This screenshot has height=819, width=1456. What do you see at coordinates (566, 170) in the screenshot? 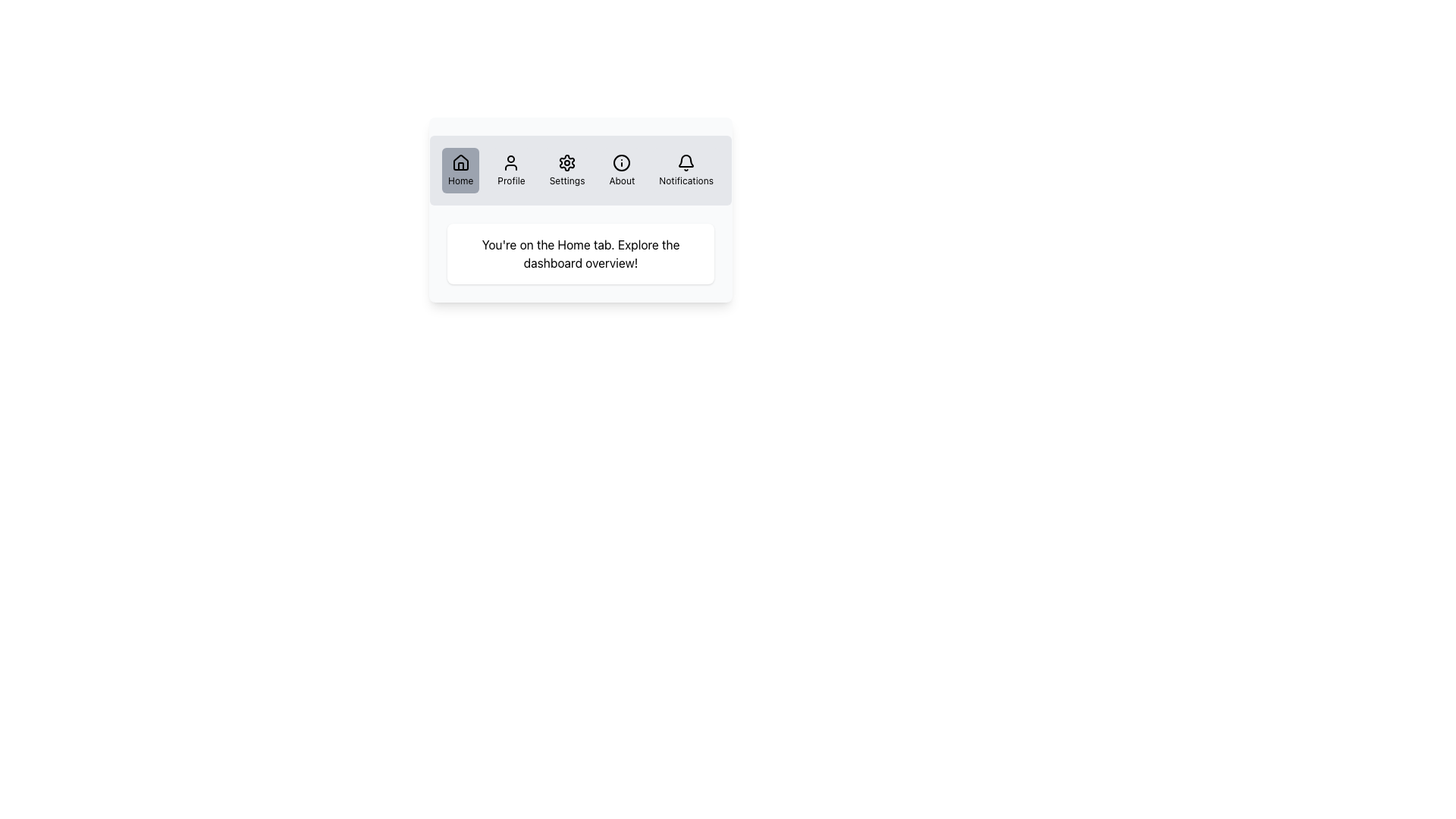
I see `the 'Settings' button, which is a vertically arranged button with a gear icon and a label, located in the navigation bar between 'Profile' and 'About' buttons` at bounding box center [566, 170].